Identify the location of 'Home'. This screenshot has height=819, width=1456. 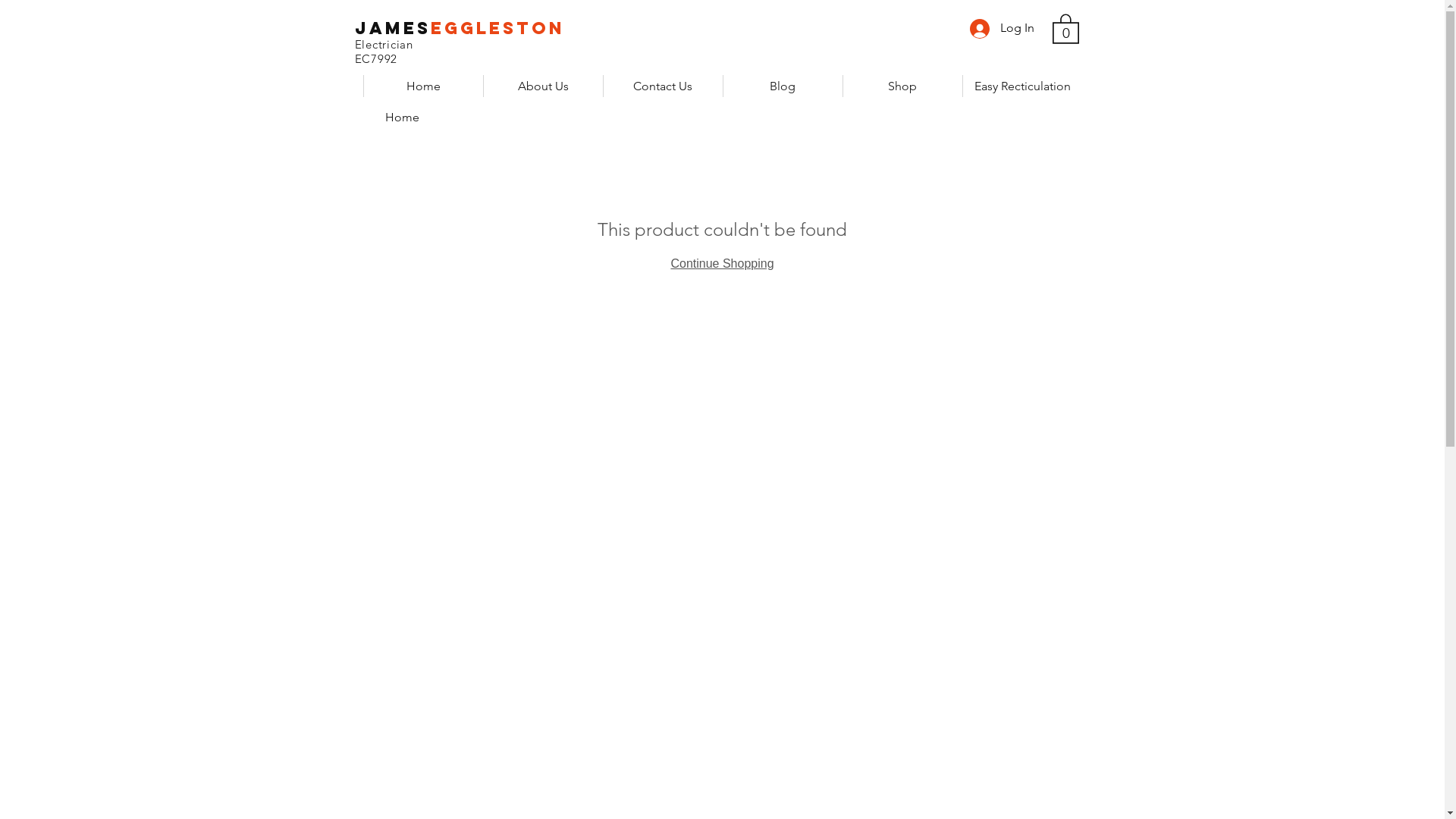
(422, 86).